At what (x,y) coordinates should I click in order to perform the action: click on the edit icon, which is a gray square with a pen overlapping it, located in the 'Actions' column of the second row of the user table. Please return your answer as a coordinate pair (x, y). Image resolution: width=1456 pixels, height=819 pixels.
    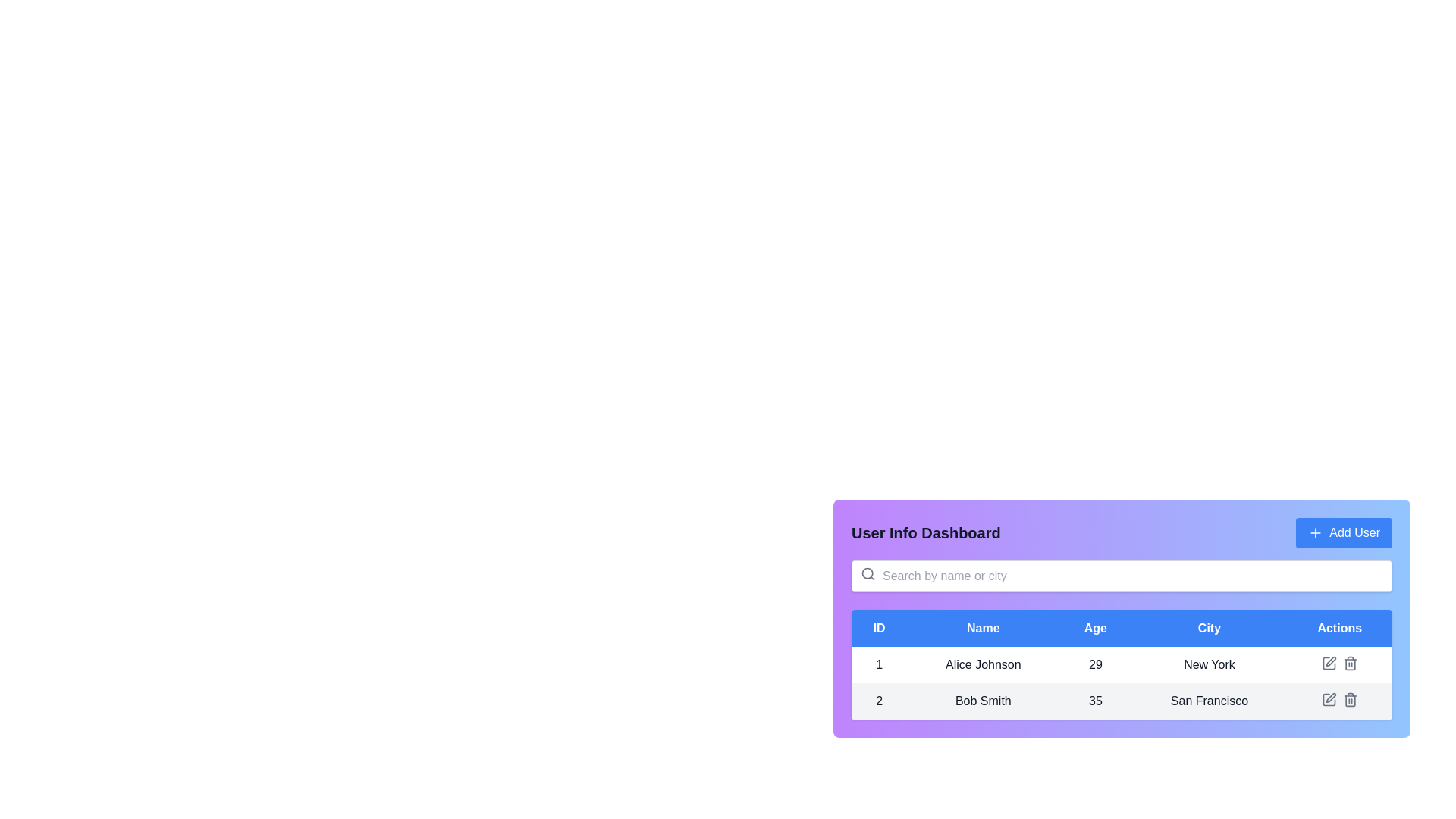
    Looking at the image, I should click on (1328, 699).